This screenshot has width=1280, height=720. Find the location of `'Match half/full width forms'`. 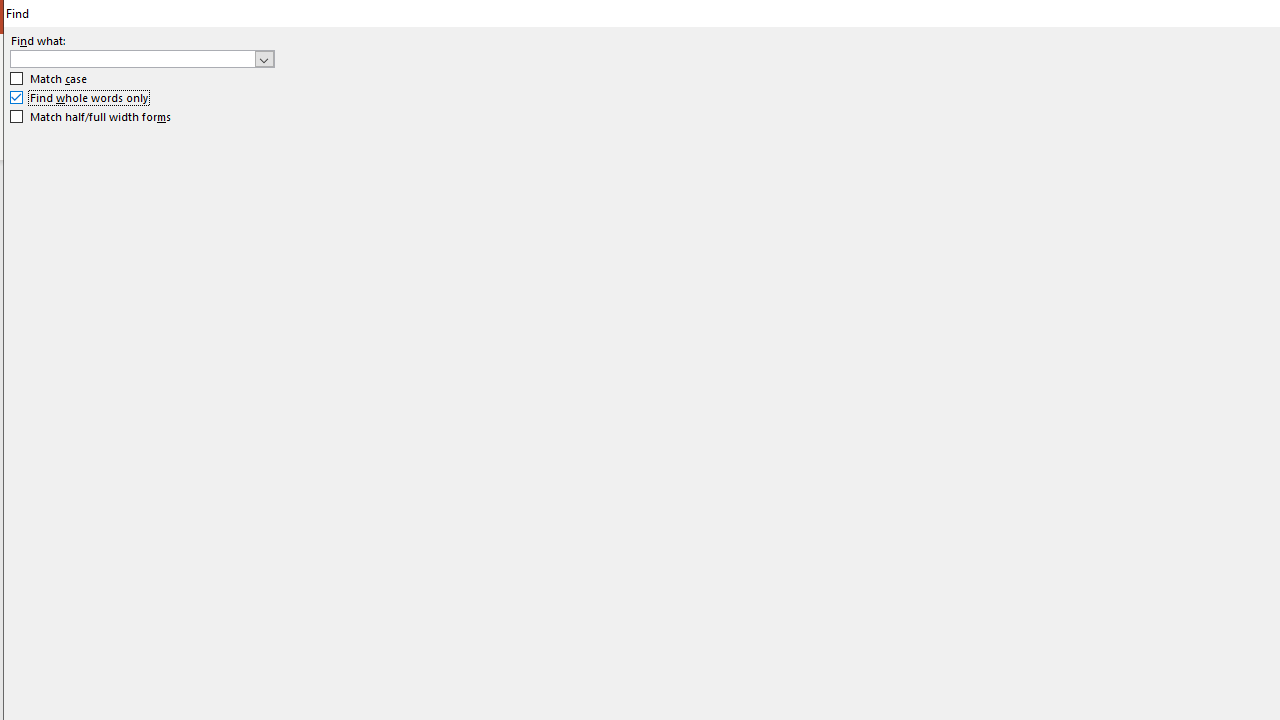

'Match half/full width forms' is located at coordinates (90, 117).